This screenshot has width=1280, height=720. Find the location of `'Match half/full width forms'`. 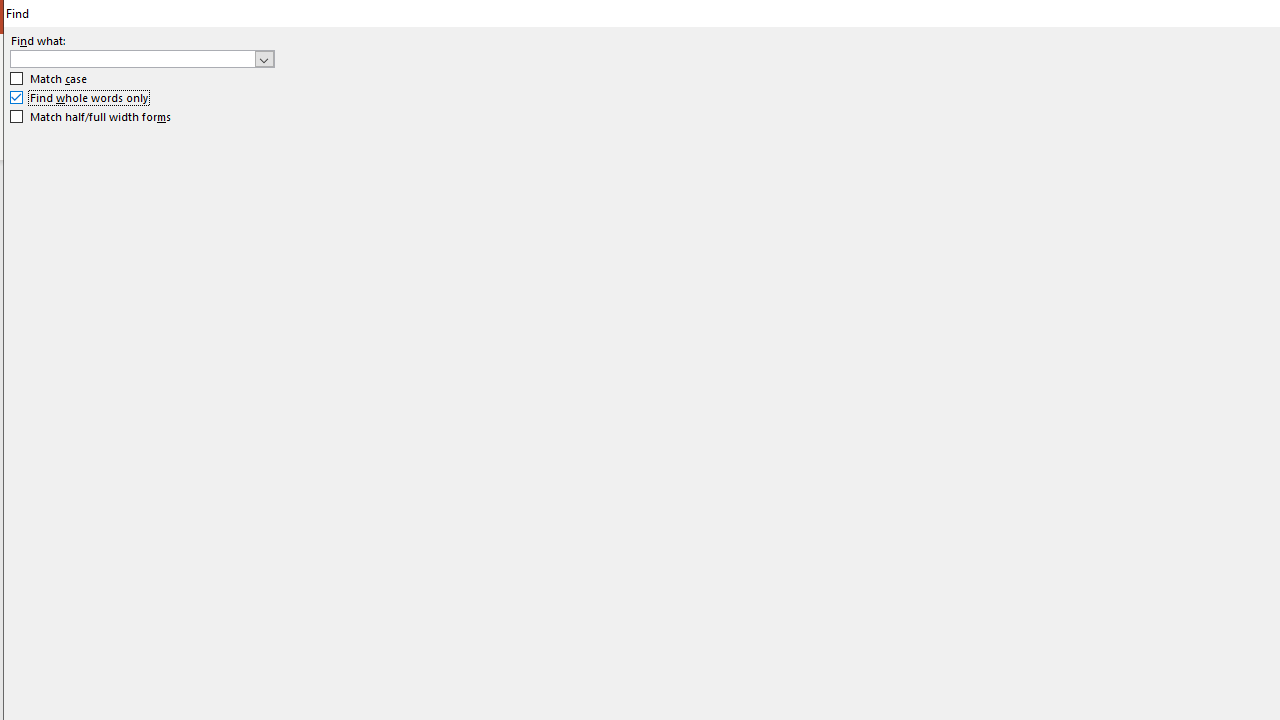

'Match half/full width forms' is located at coordinates (90, 117).